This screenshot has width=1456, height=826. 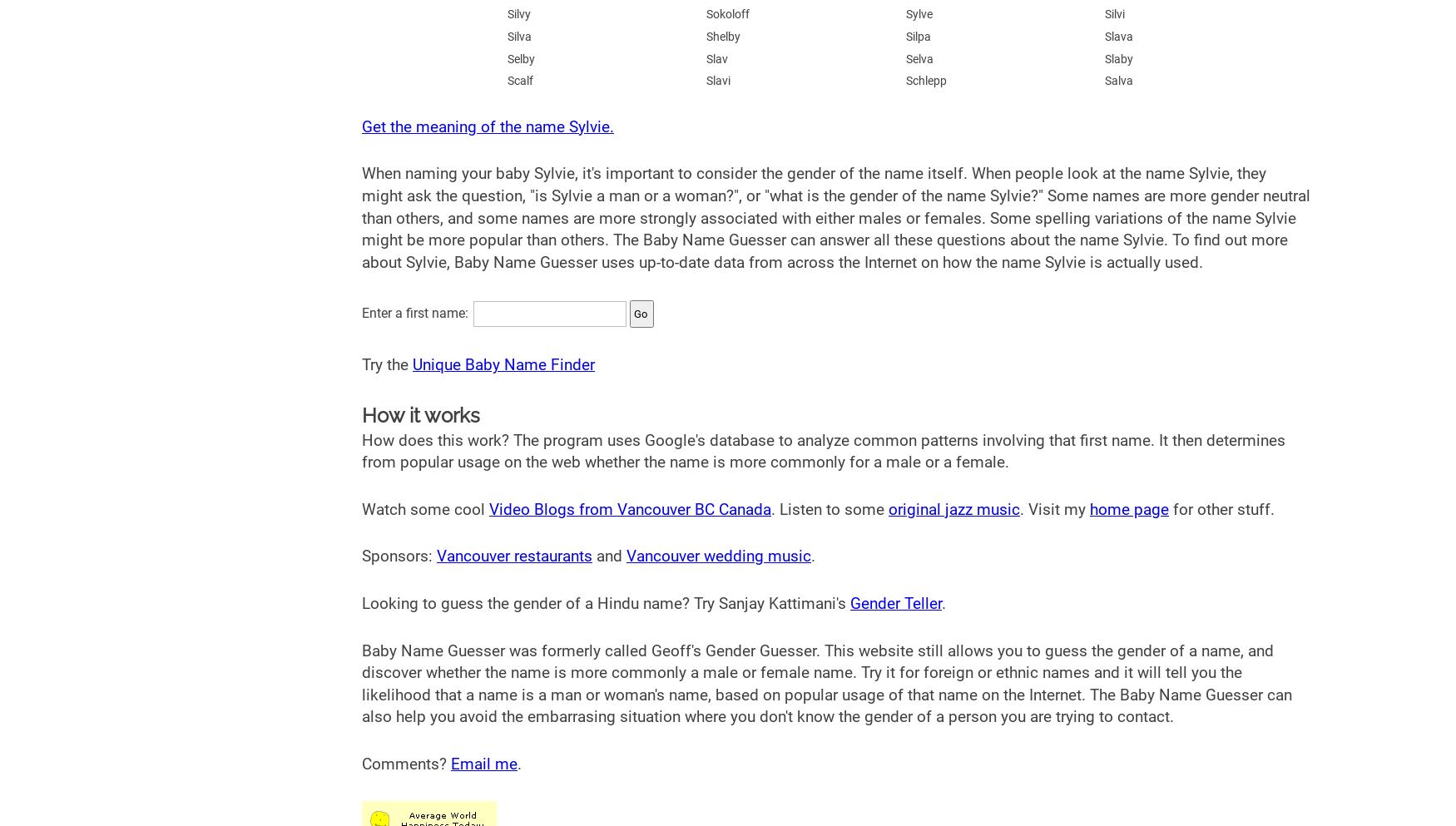 What do you see at coordinates (488, 126) in the screenshot?
I see `'Get the meaning of the name Sylvie.'` at bounding box center [488, 126].